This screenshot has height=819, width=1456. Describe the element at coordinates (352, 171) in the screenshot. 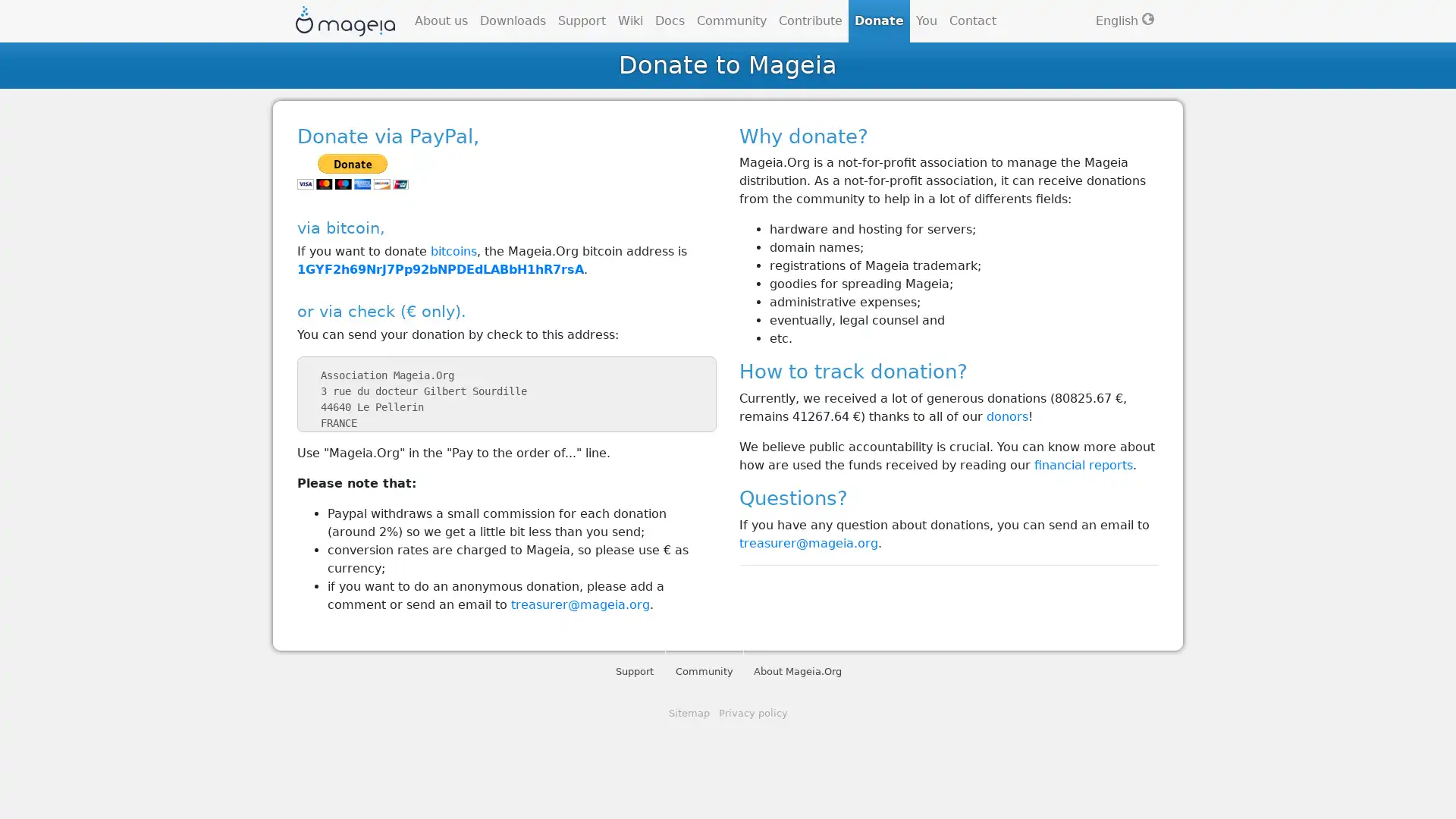

I see `PayPal - The safer, easier way to pay online!` at that location.